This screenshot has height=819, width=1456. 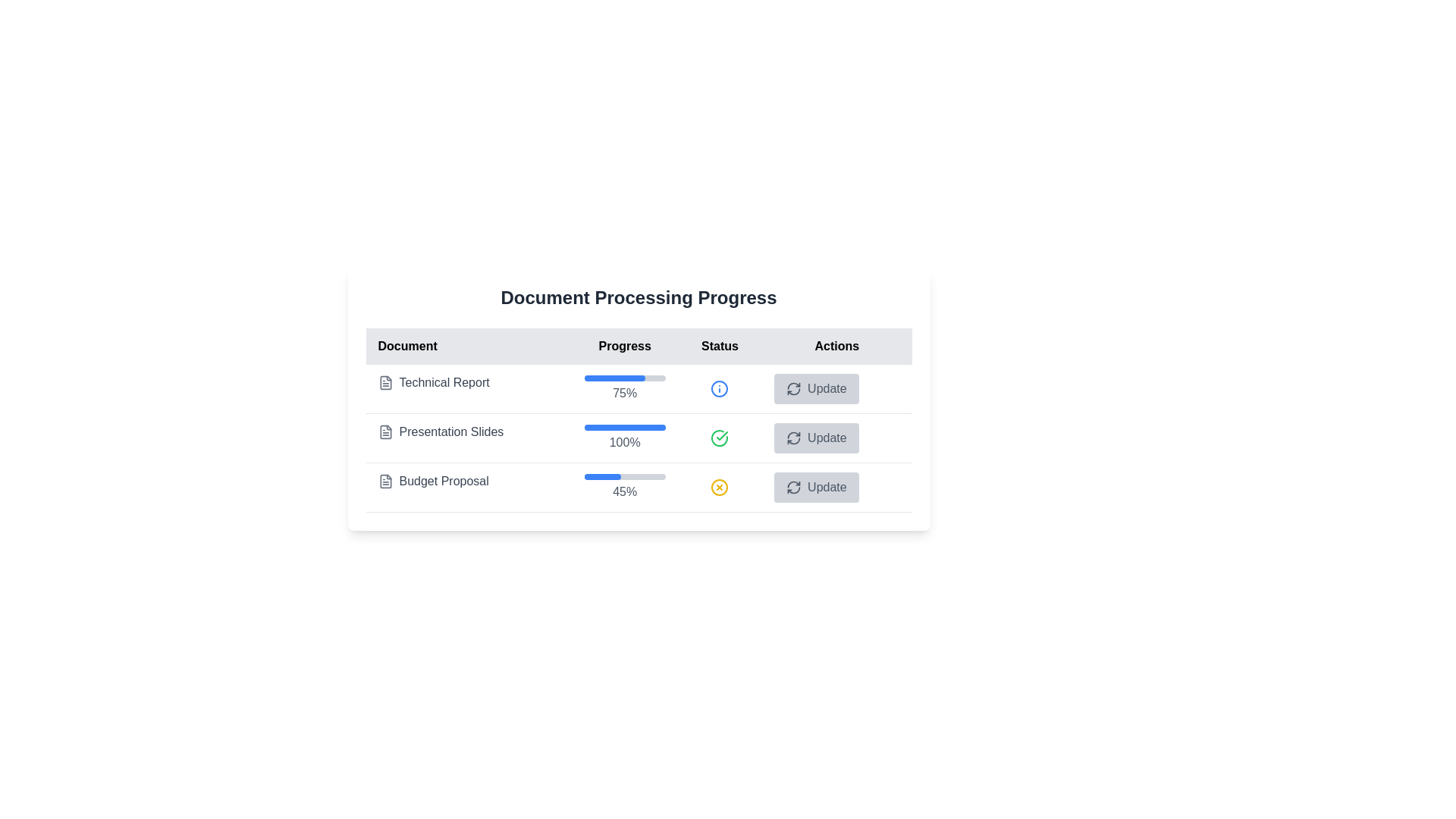 I want to click on the progress bar indicating 75% completion for the 'Technical Report' task, positioned at the top of the progress indicators in the 'Progress' column, so click(x=614, y=377).